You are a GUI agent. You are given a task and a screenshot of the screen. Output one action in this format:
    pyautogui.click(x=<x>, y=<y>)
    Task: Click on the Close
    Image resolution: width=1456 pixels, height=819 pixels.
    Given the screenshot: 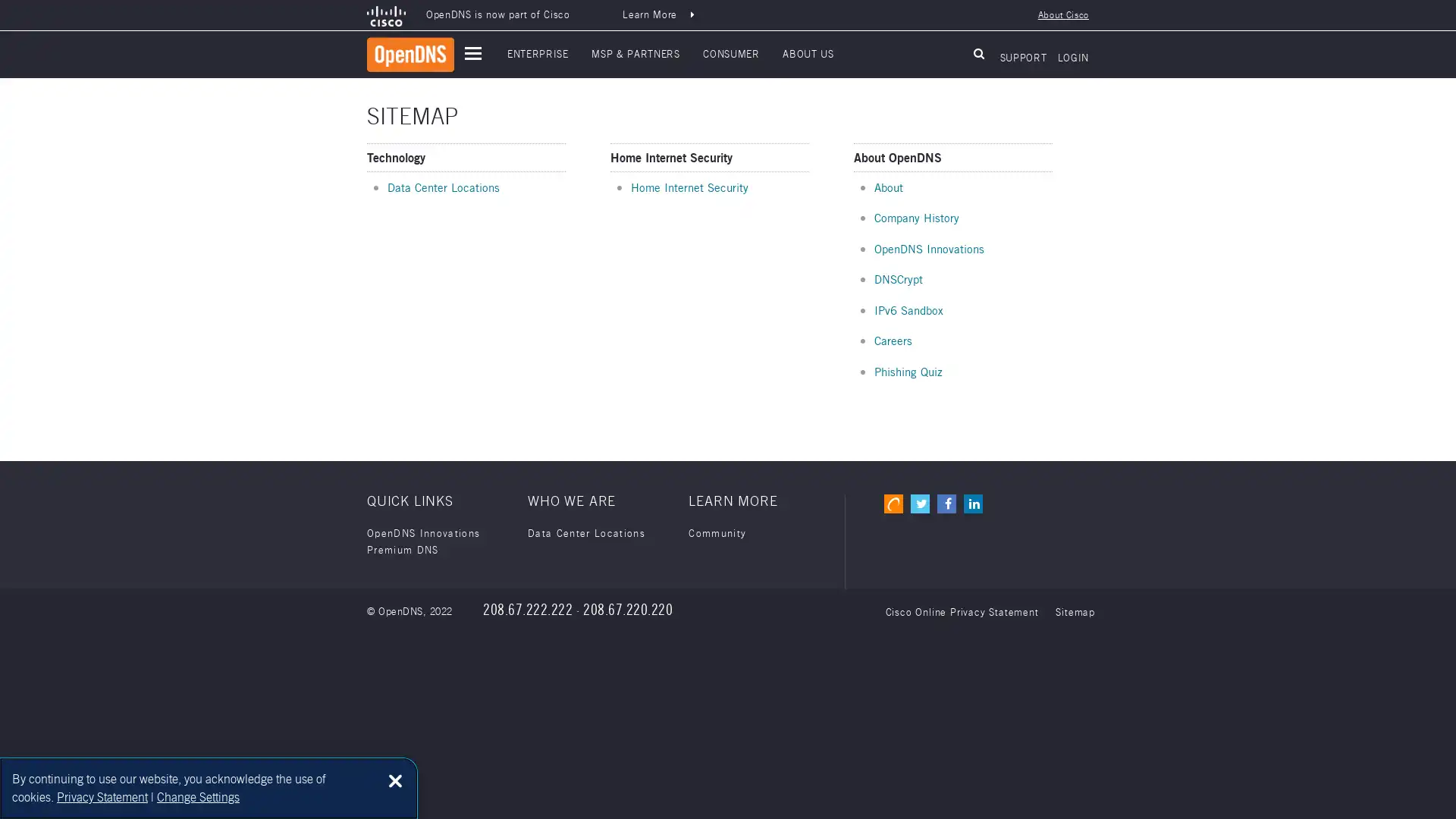 What is the action you would take?
    pyautogui.click(x=395, y=780)
    